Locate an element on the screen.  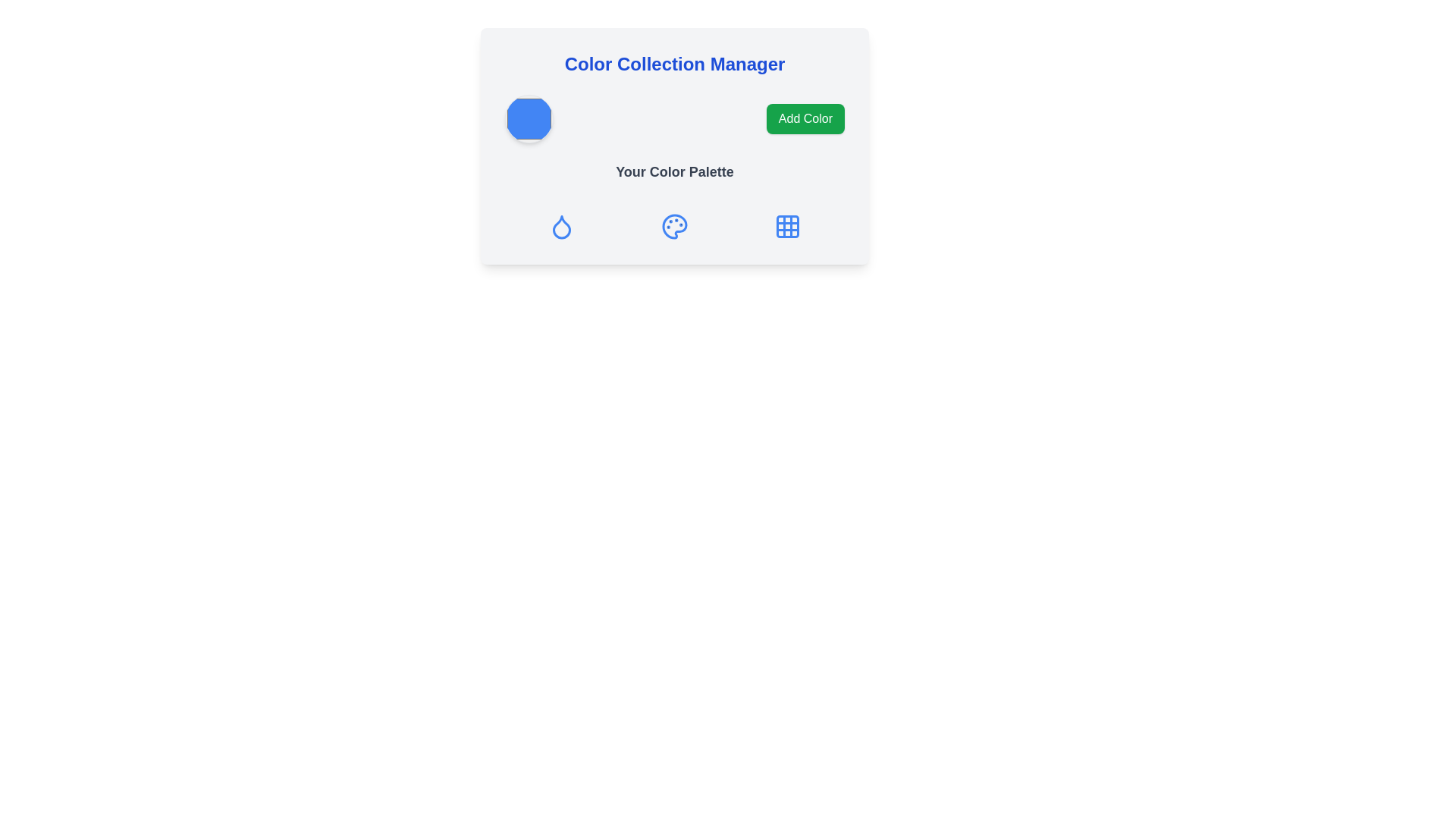
the middle icon button representing a painter's palette within the 'Color Collection Manager' is located at coordinates (673, 227).